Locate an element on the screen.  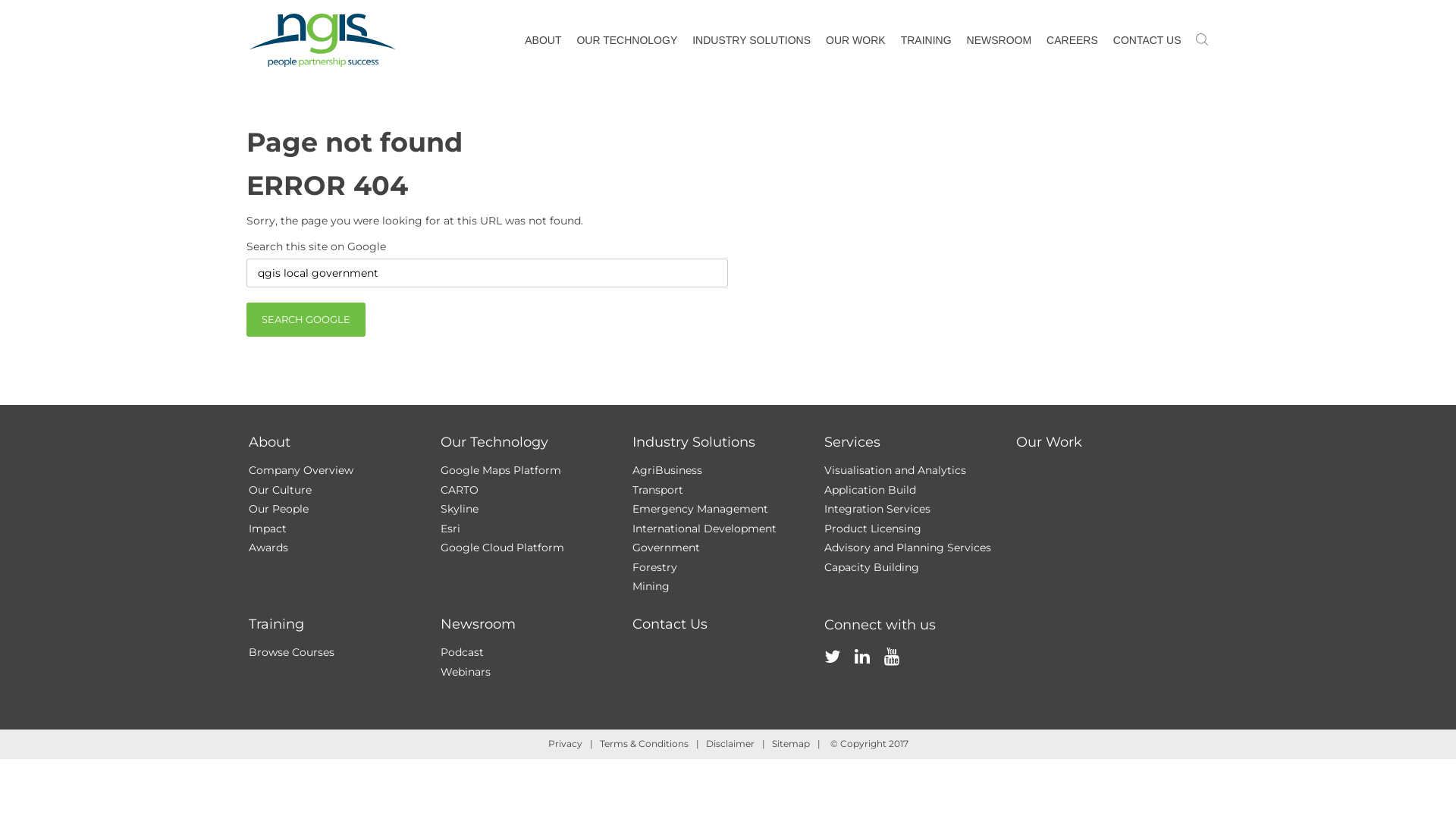
'International Development' is located at coordinates (704, 528).